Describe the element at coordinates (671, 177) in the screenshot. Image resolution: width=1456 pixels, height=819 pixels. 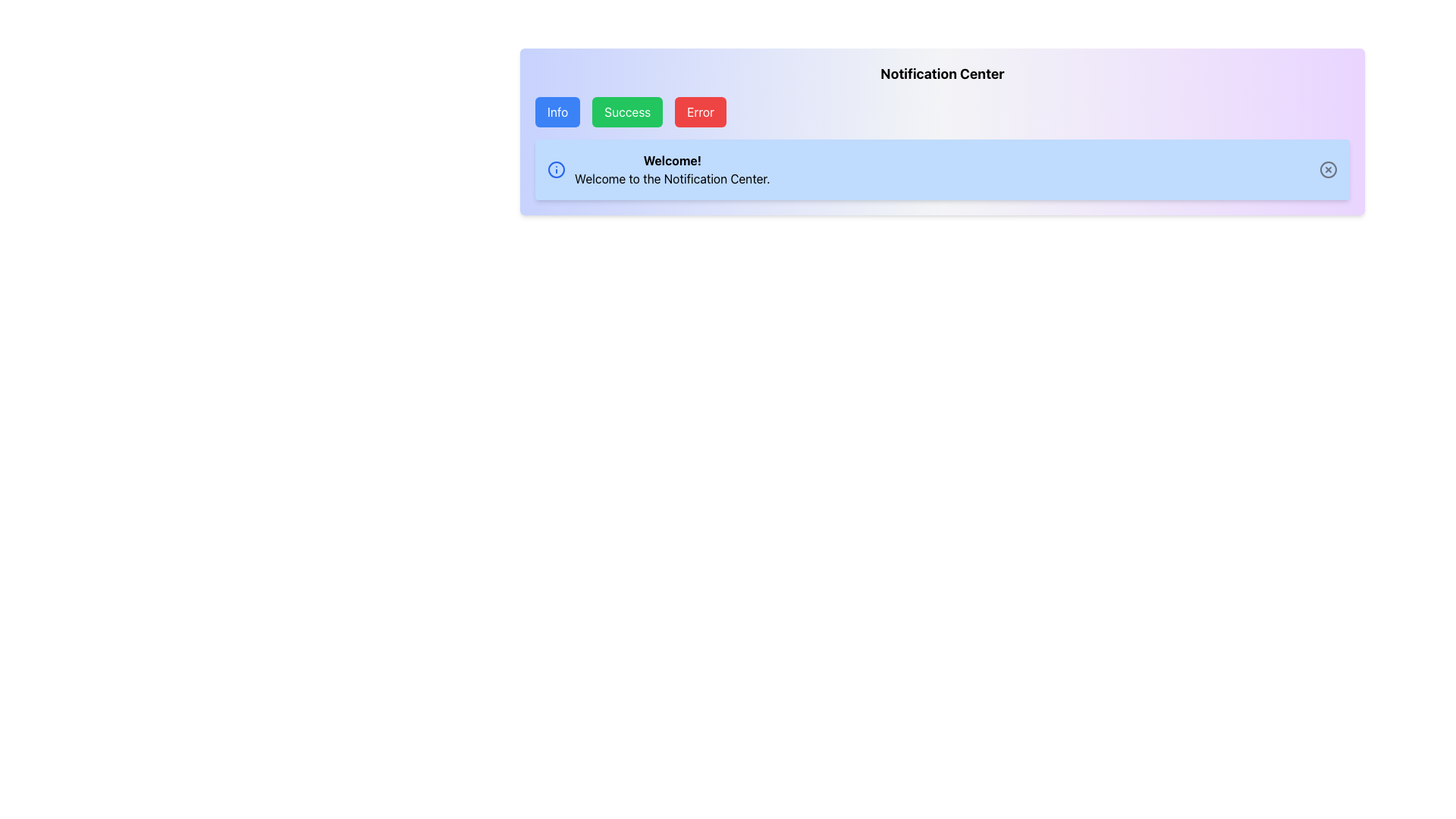
I see `the text label that contains 'Welcome to the Notification Center.' positioned below the 'Welcome!' text in the blue notification card` at that location.